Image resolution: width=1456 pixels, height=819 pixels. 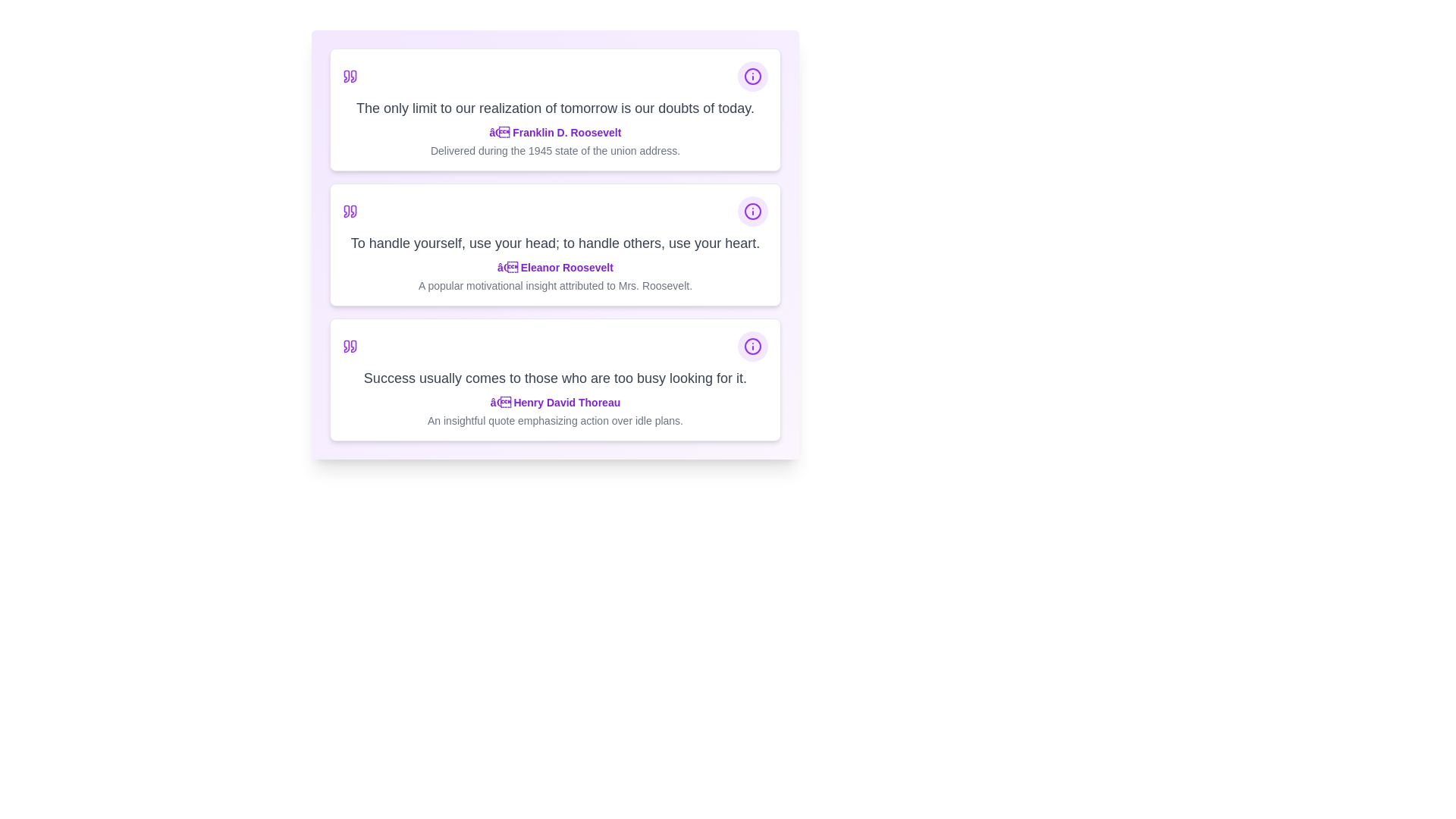 What do you see at coordinates (554, 402) in the screenshot?
I see `the text label displaying '— Henry David Thoreau', which is located` at bounding box center [554, 402].